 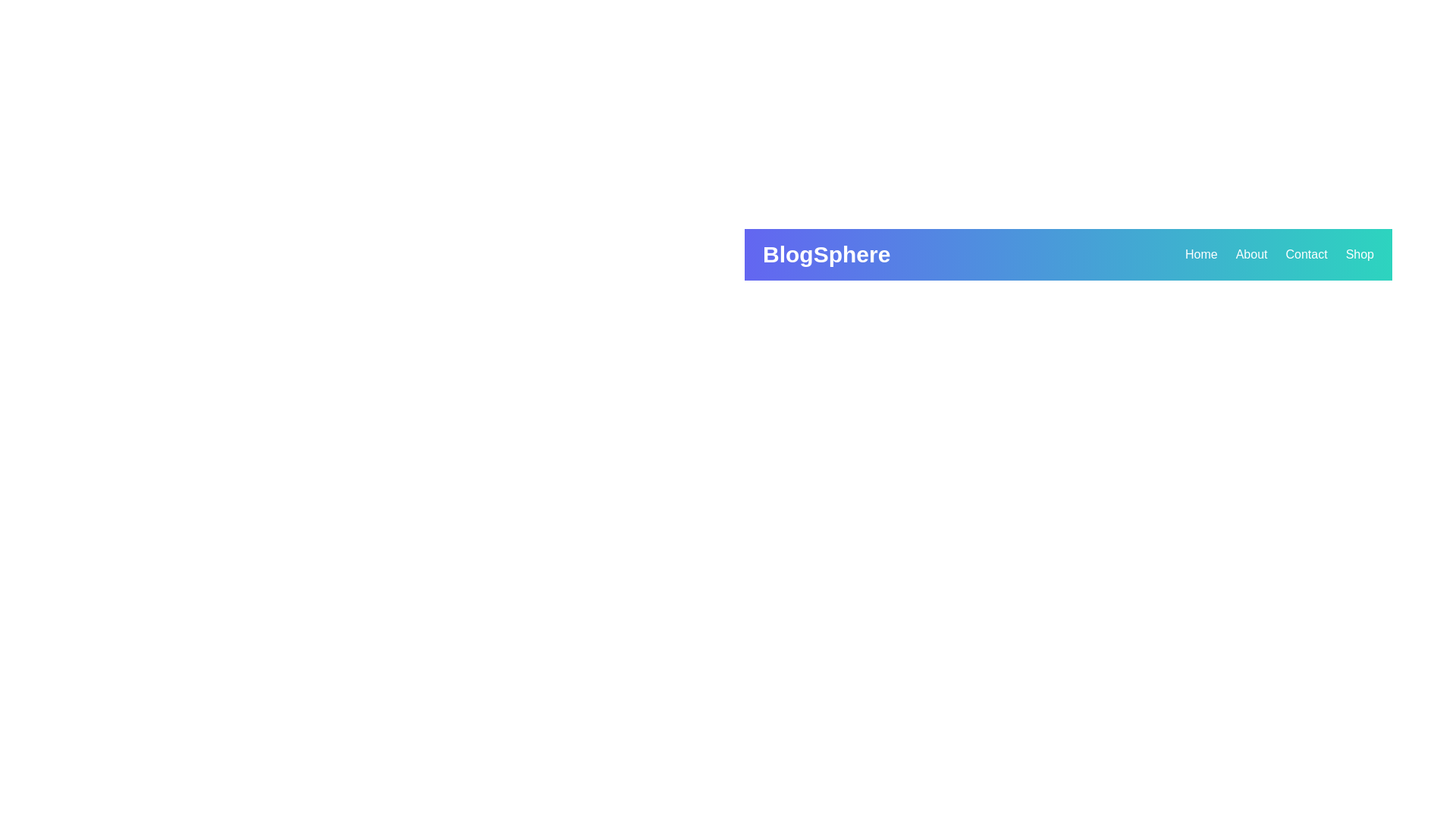 I want to click on the 'About' link in the navigation bar, so click(x=1251, y=253).